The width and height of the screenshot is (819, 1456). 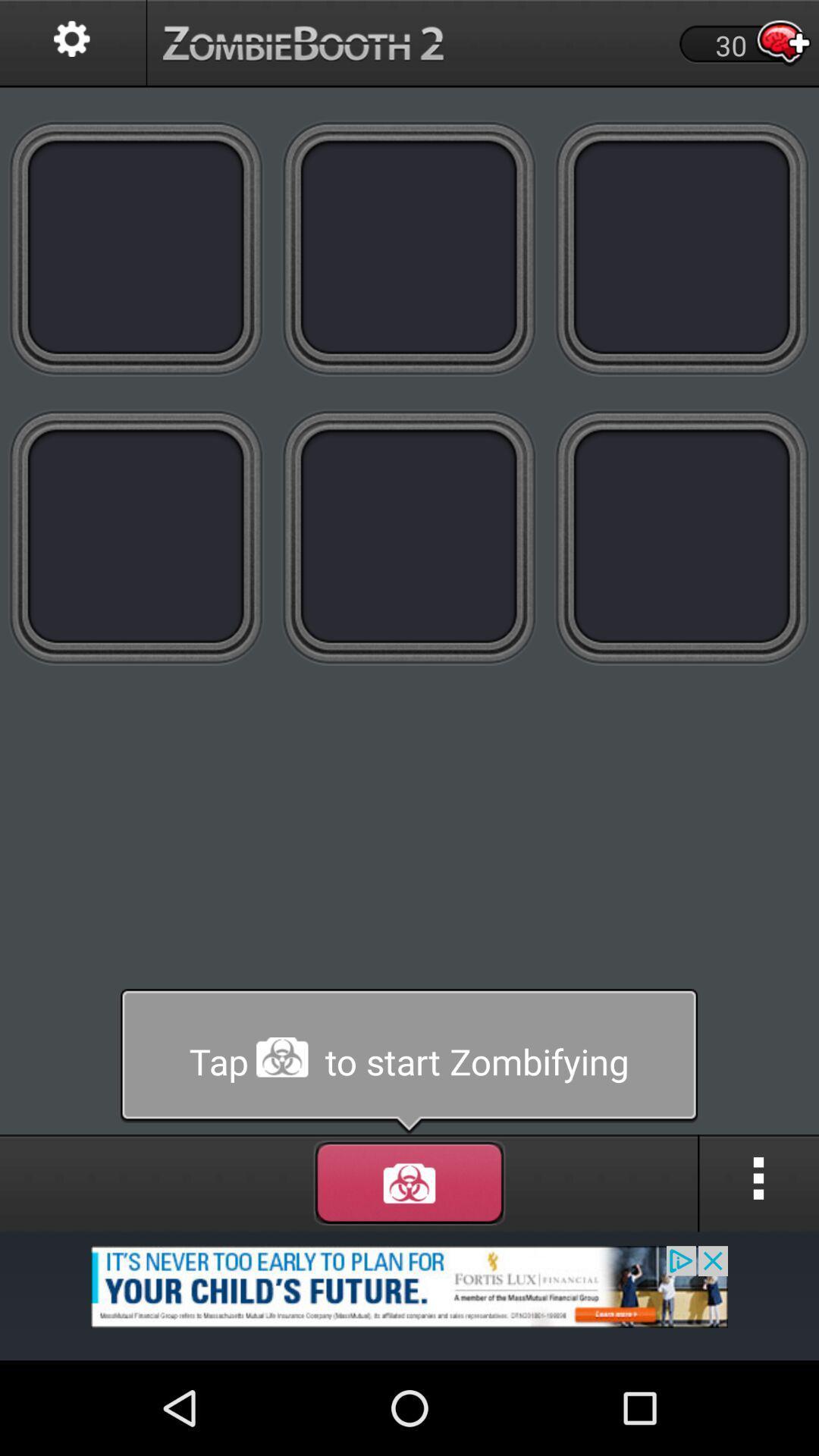 What do you see at coordinates (409, 247) in the screenshot?
I see `start zombifying click button` at bounding box center [409, 247].